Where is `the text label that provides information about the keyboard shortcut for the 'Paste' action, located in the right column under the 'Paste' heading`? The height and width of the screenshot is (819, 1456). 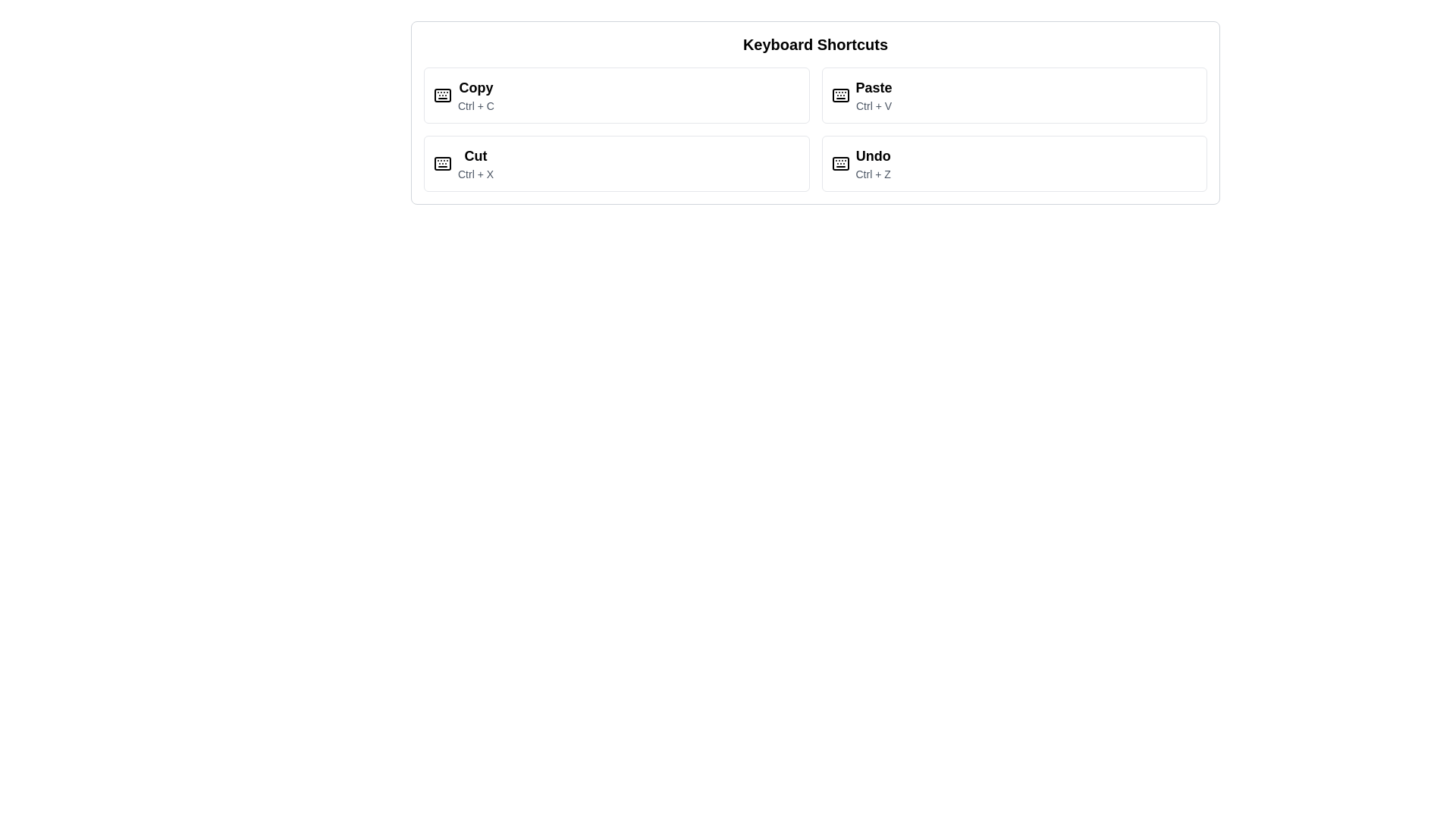
the text label that provides information about the keyboard shortcut for the 'Paste' action, located in the right column under the 'Paste' heading is located at coordinates (874, 105).